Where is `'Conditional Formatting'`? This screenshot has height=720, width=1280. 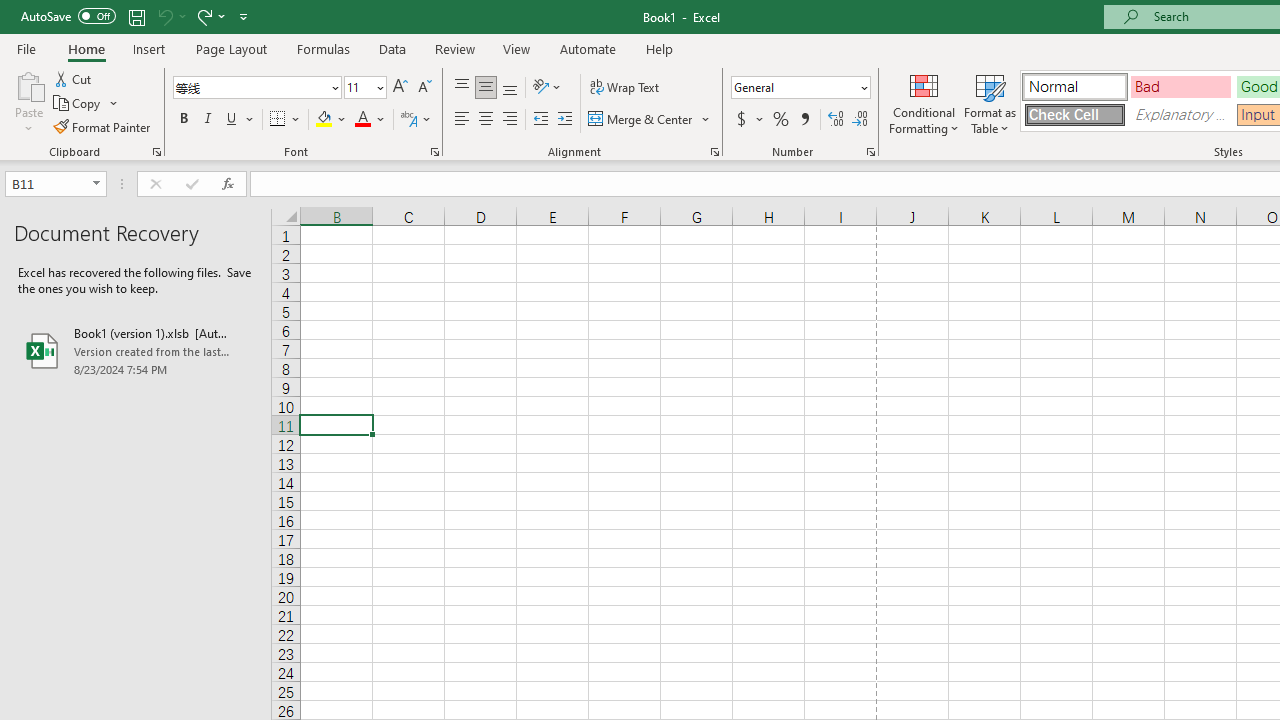 'Conditional Formatting' is located at coordinates (923, 103).